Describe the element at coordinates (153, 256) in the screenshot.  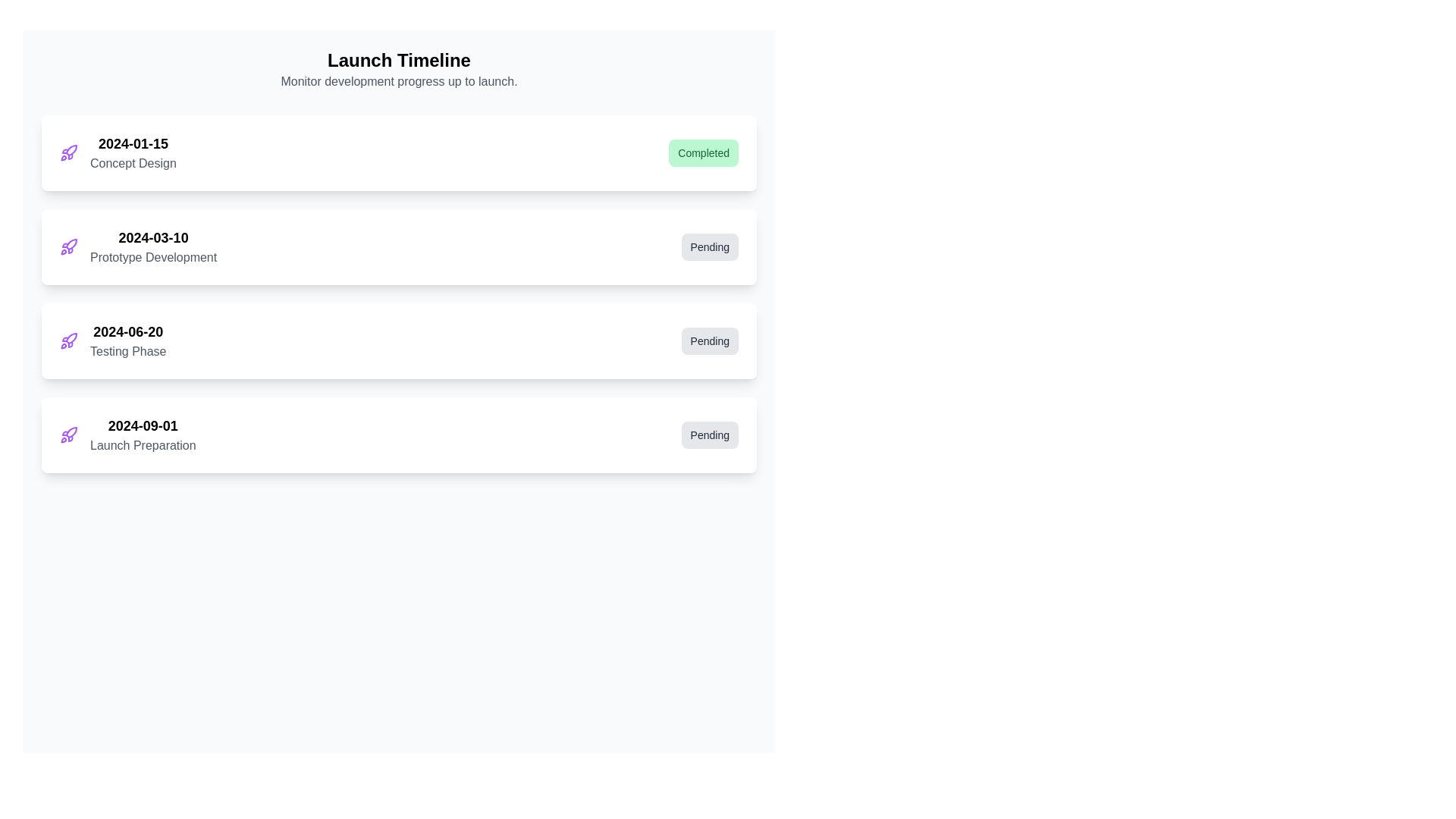
I see `the Static Label element displaying 'Prototype Development', which is styled in gray and located below the date '2024-03-10' in the 'Launch Timeline' section` at that location.